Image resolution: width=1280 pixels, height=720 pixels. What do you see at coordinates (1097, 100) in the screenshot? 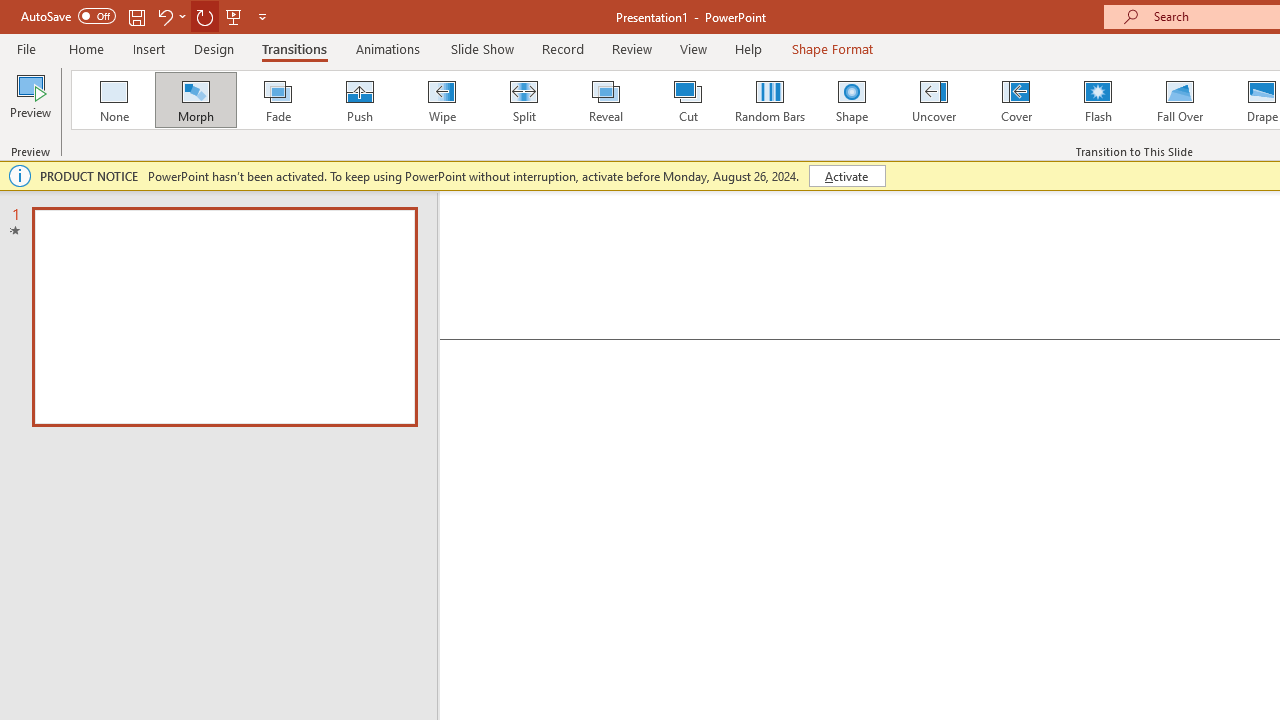
I see `'Flash'` at bounding box center [1097, 100].